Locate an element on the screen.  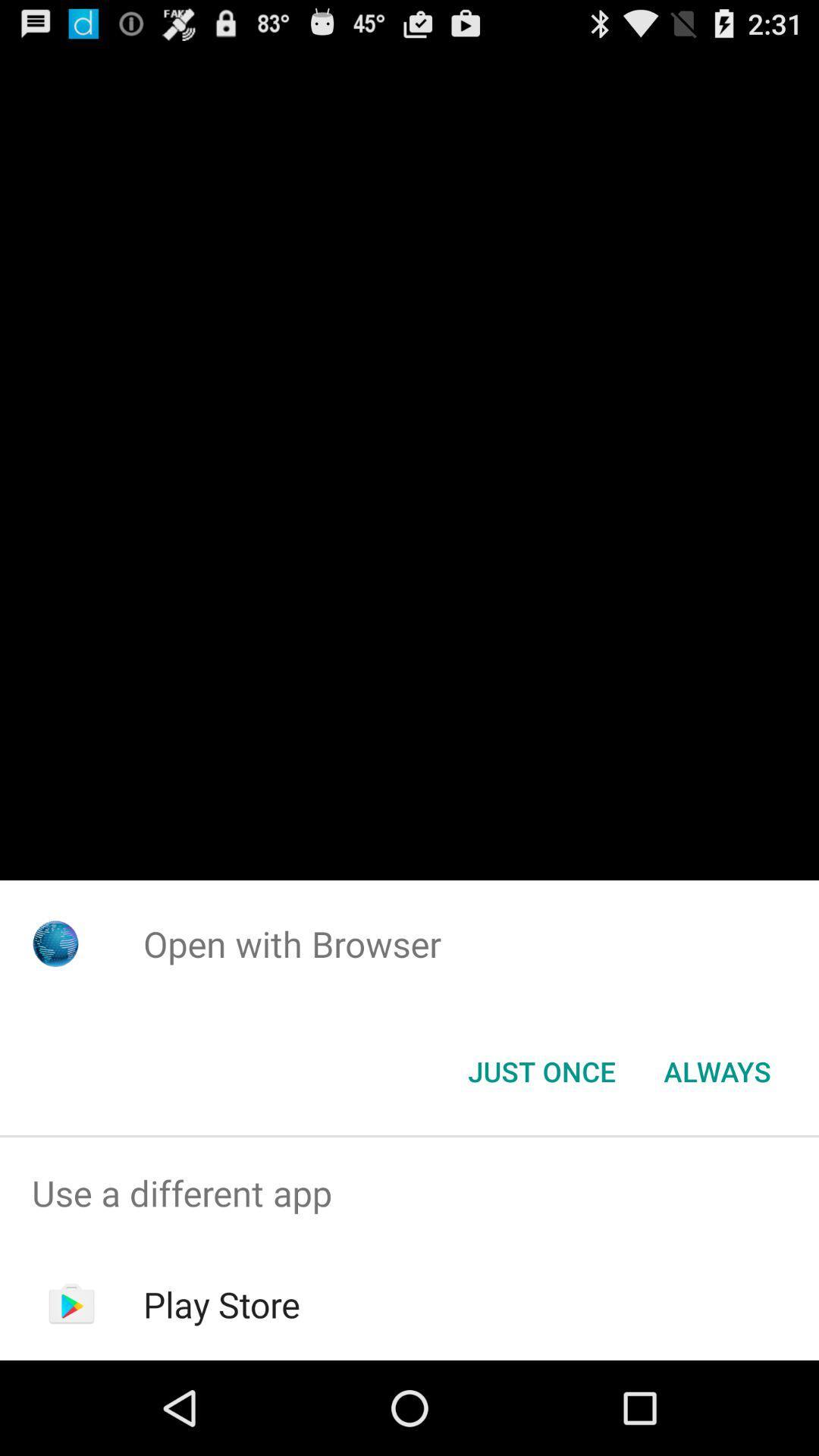
item next to always is located at coordinates (541, 1070).